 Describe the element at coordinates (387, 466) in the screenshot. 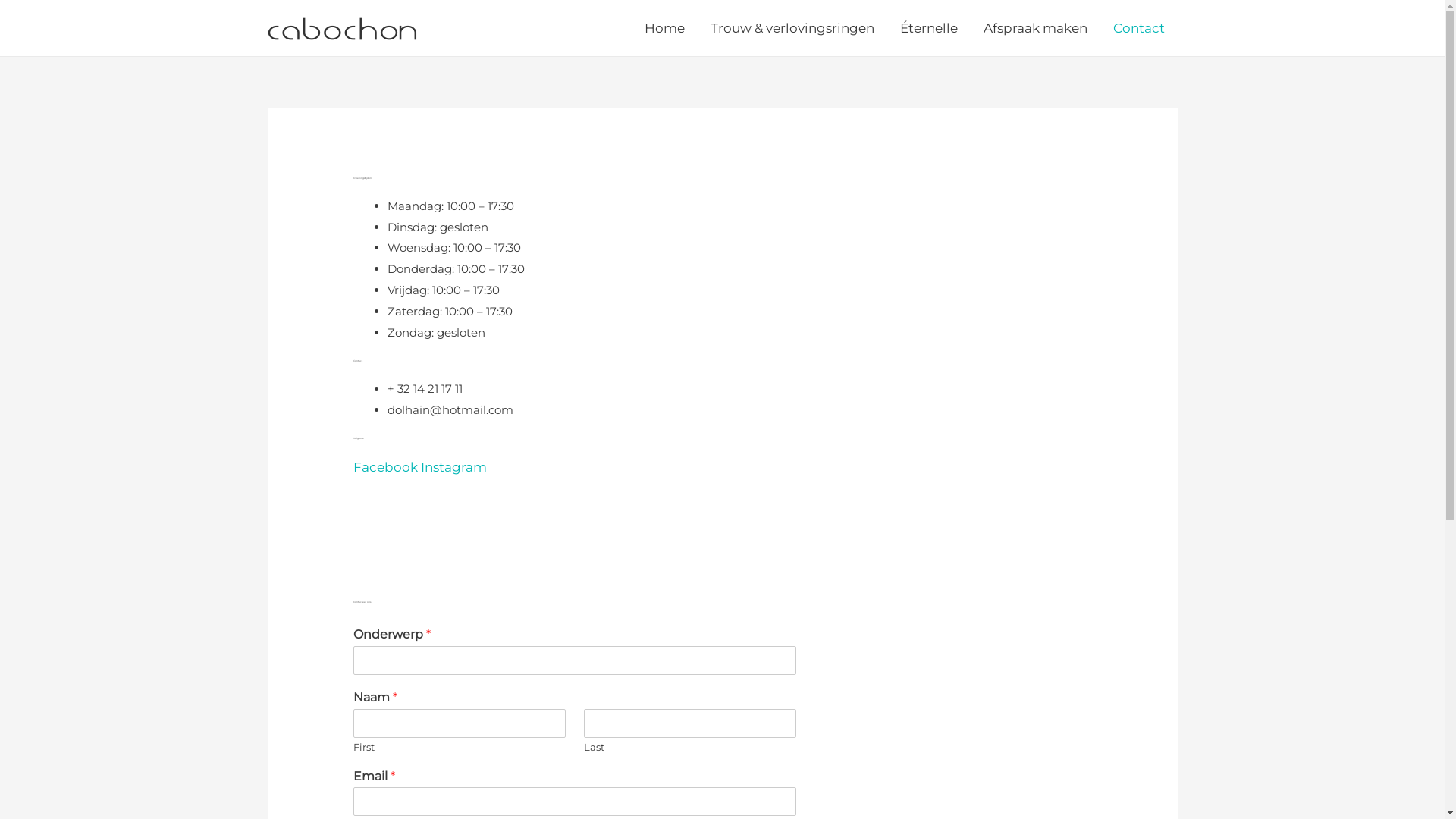

I see `'Facebook'` at that location.